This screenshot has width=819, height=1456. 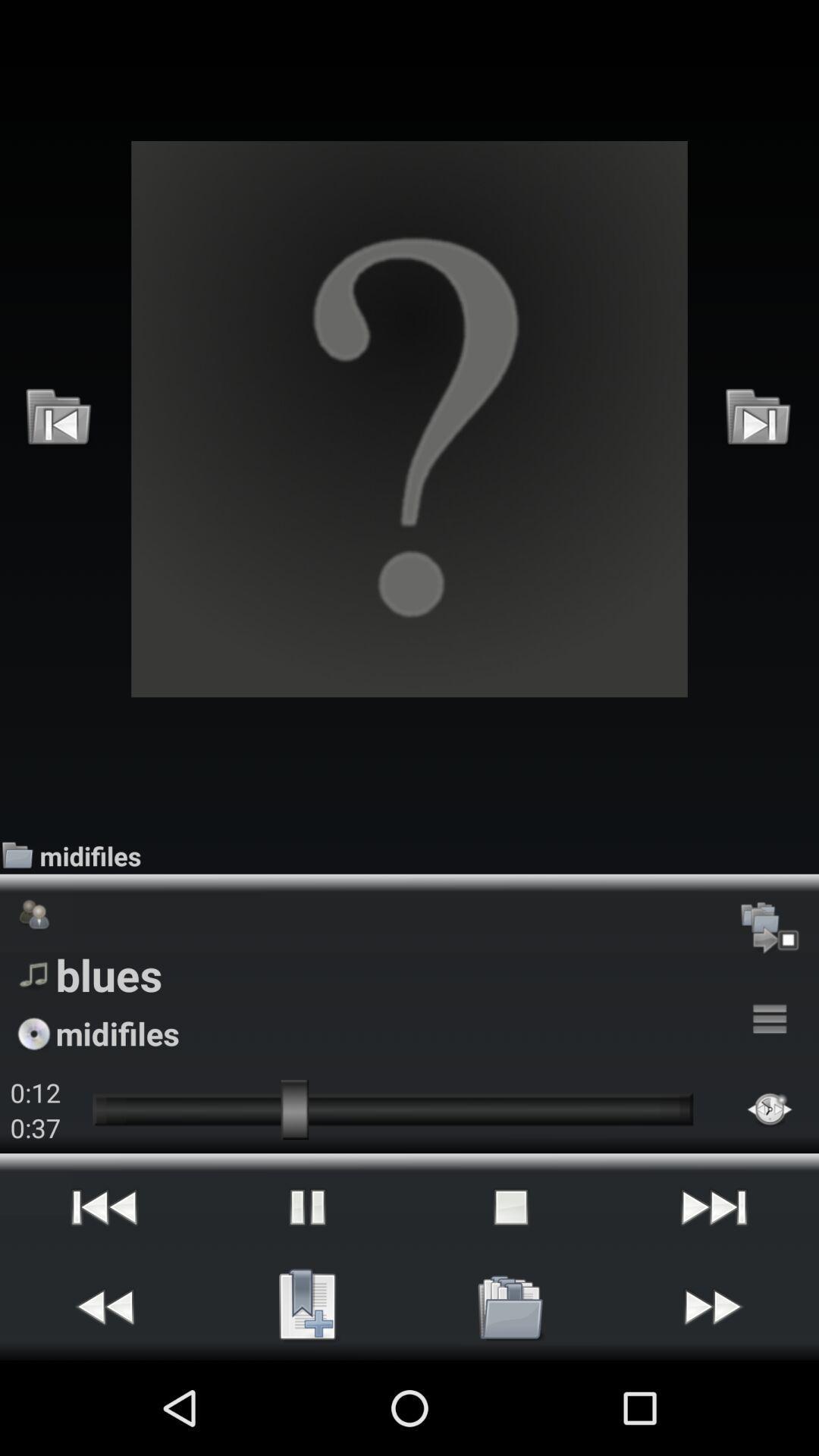 I want to click on the skip_previous icon, so click(x=58, y=447).